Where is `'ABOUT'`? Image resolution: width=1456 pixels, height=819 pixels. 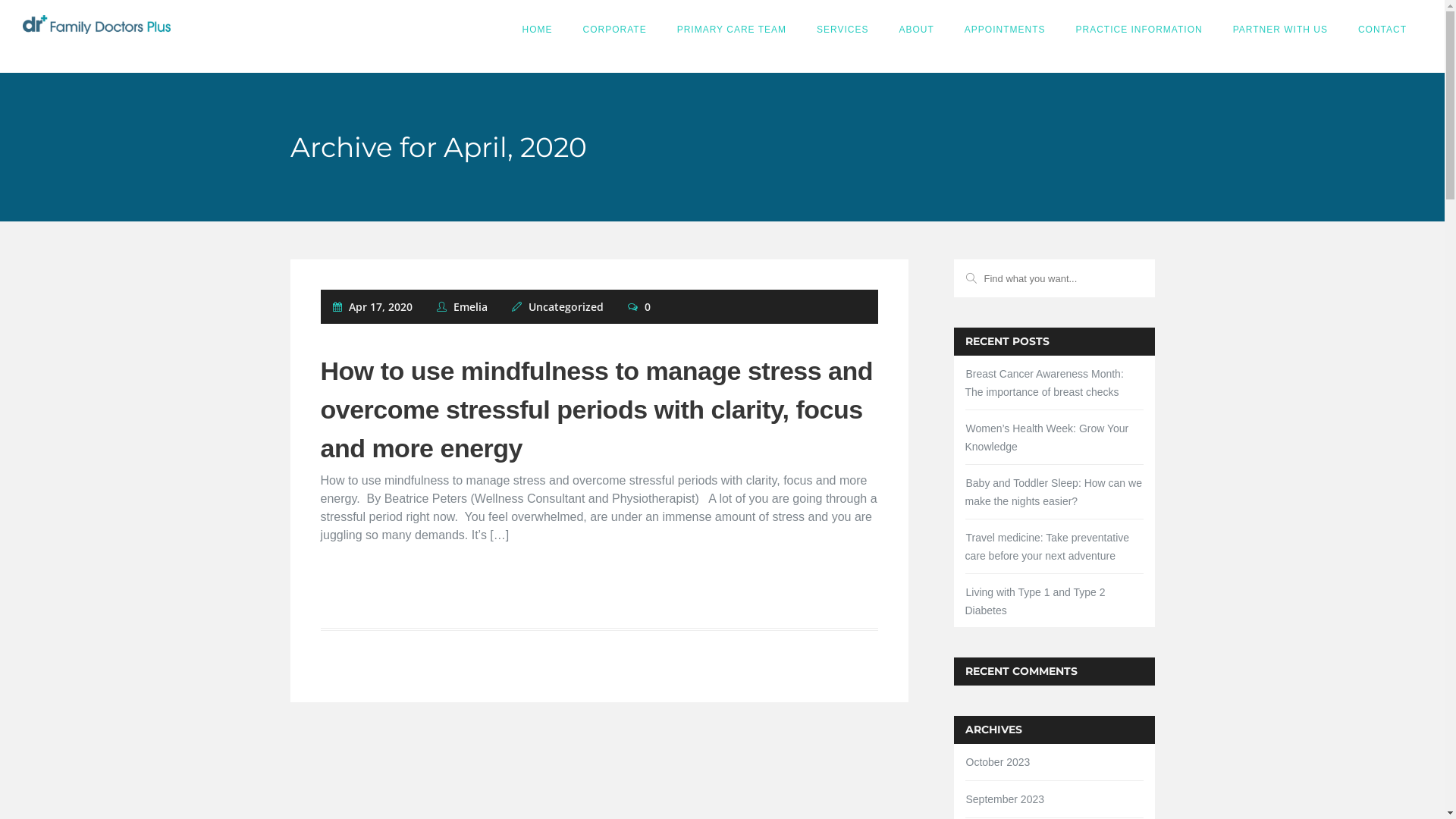
'ABOUT' is located at coordinates (916, 29).